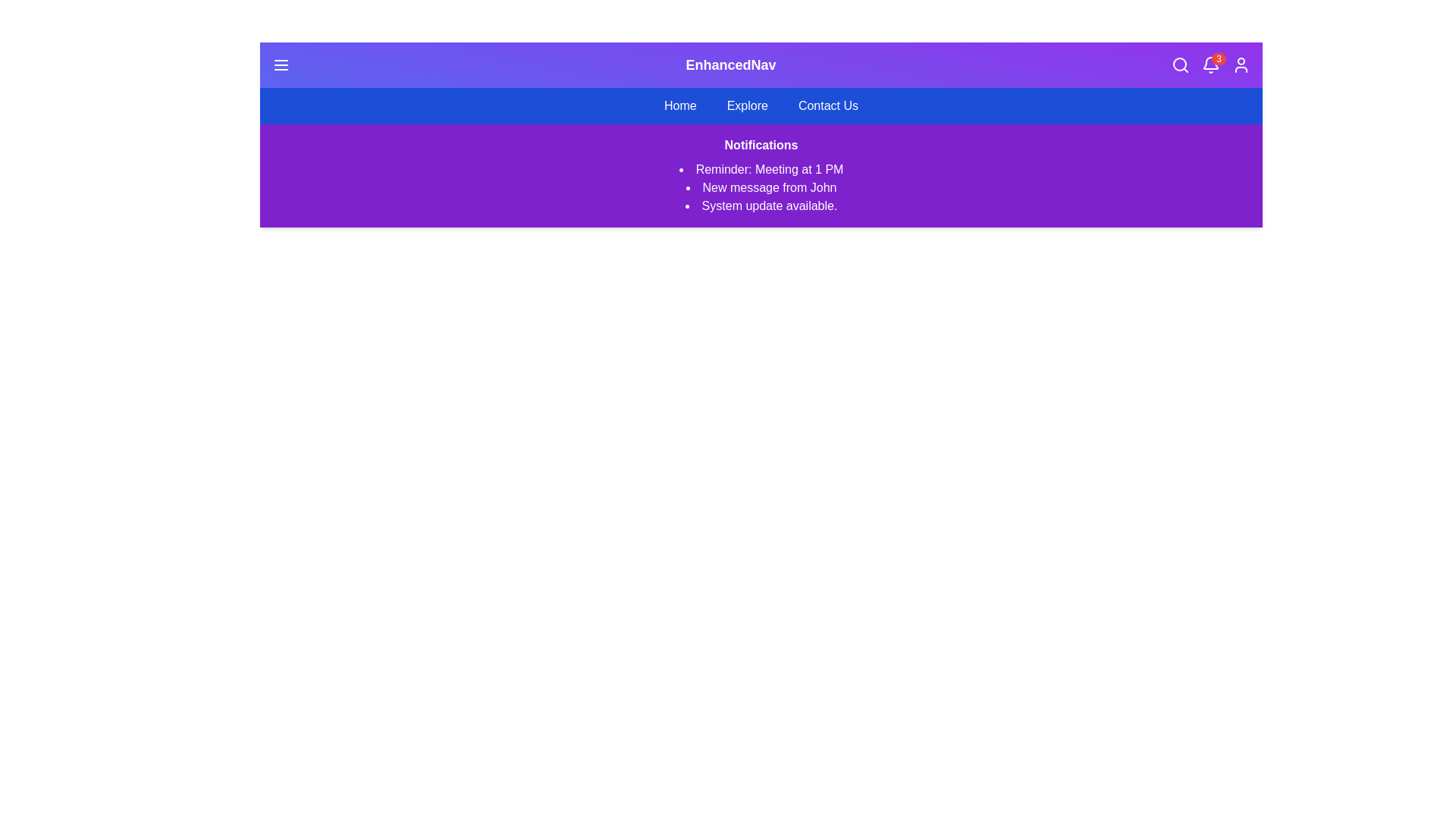 This screenshot has height=819, width=1456. I want to click on text displayed on the Label styled with large, bold font that shows 'EnhancedNav' located at the center of the top navigation bar, so click(731, 64).